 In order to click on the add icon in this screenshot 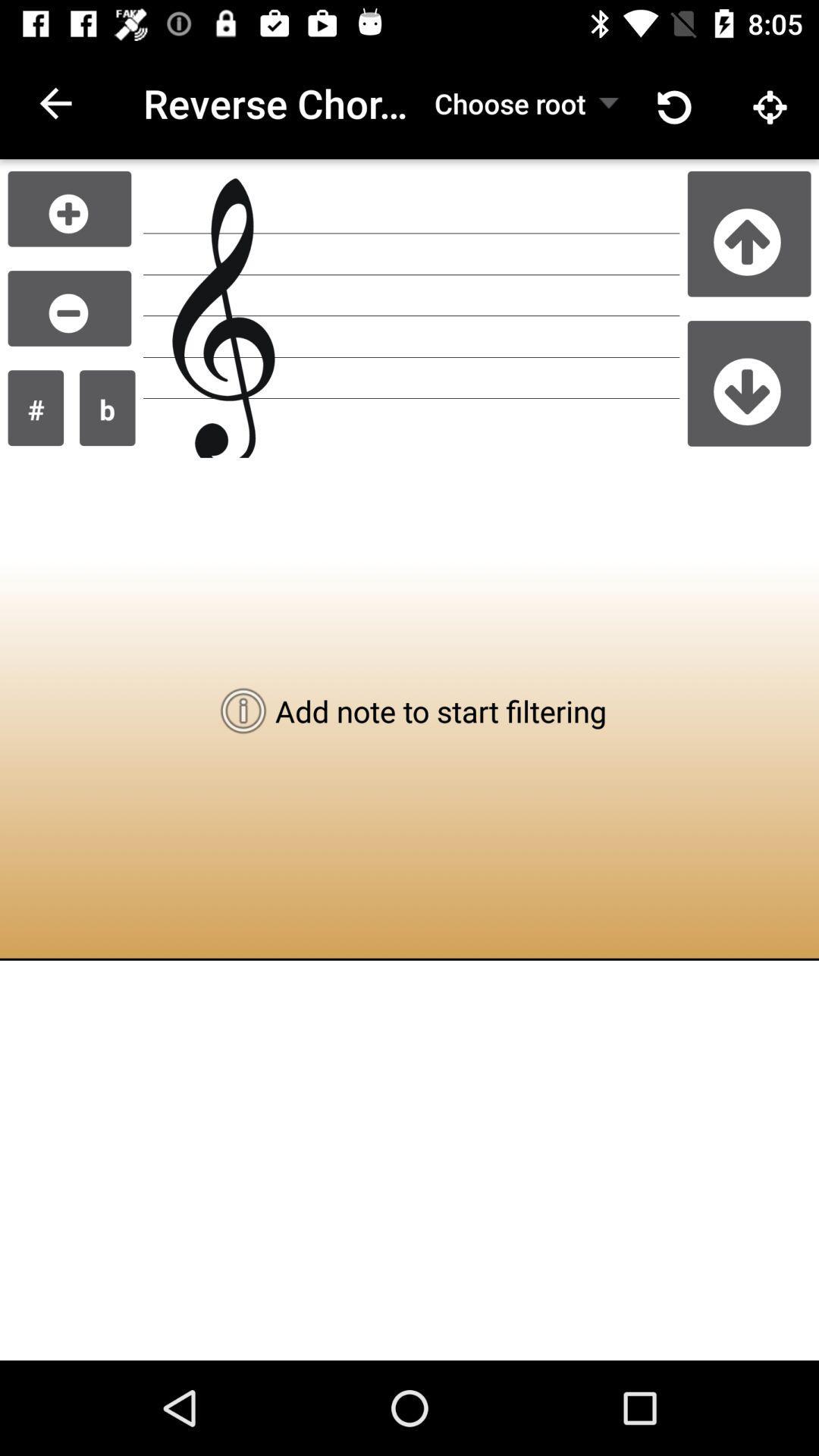, I will do `click(69, 208)`.